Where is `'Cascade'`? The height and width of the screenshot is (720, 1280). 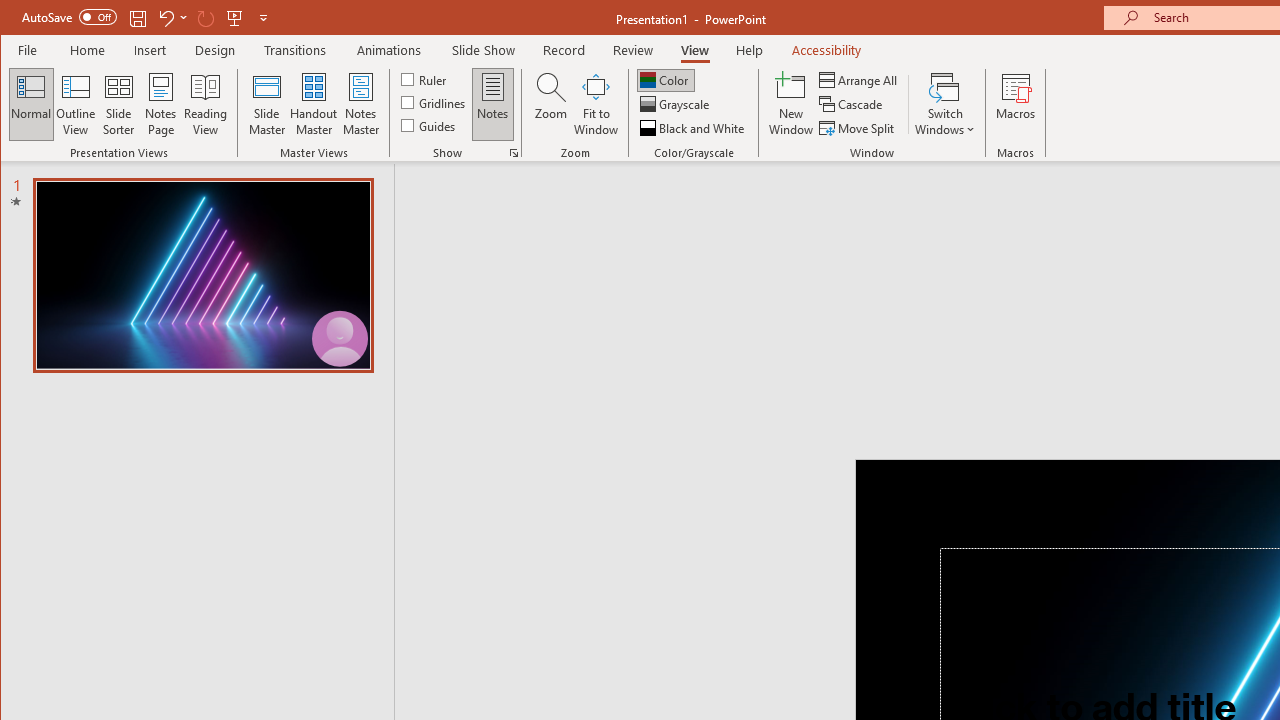
'Cascade' is located at coordinates (853, 104).